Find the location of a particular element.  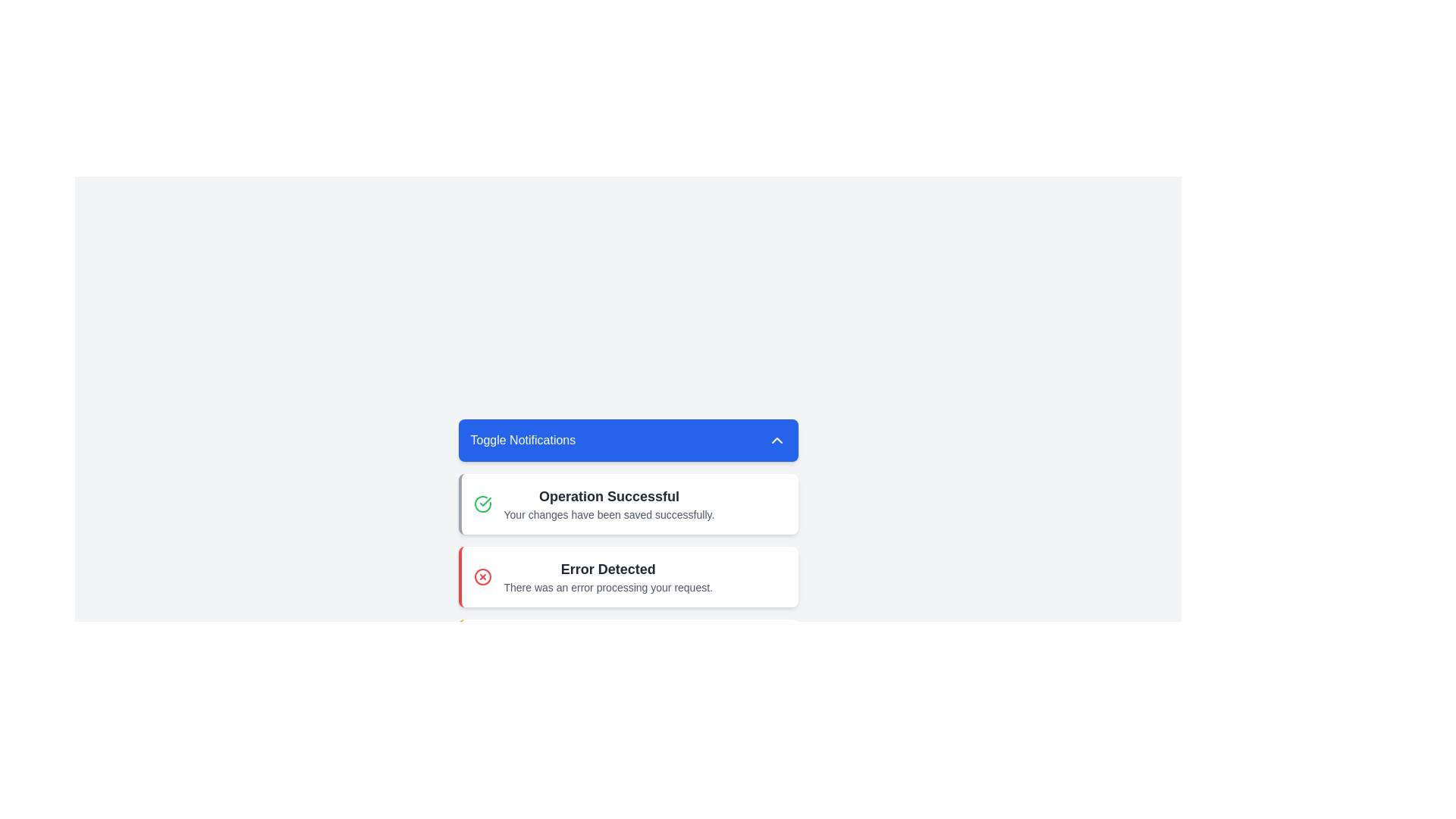

message from the Notification card located beneath the 'Toggle Notifications' button, which is the first item in the vertically stacked list of notification cards is located at coordinates (628, 504).